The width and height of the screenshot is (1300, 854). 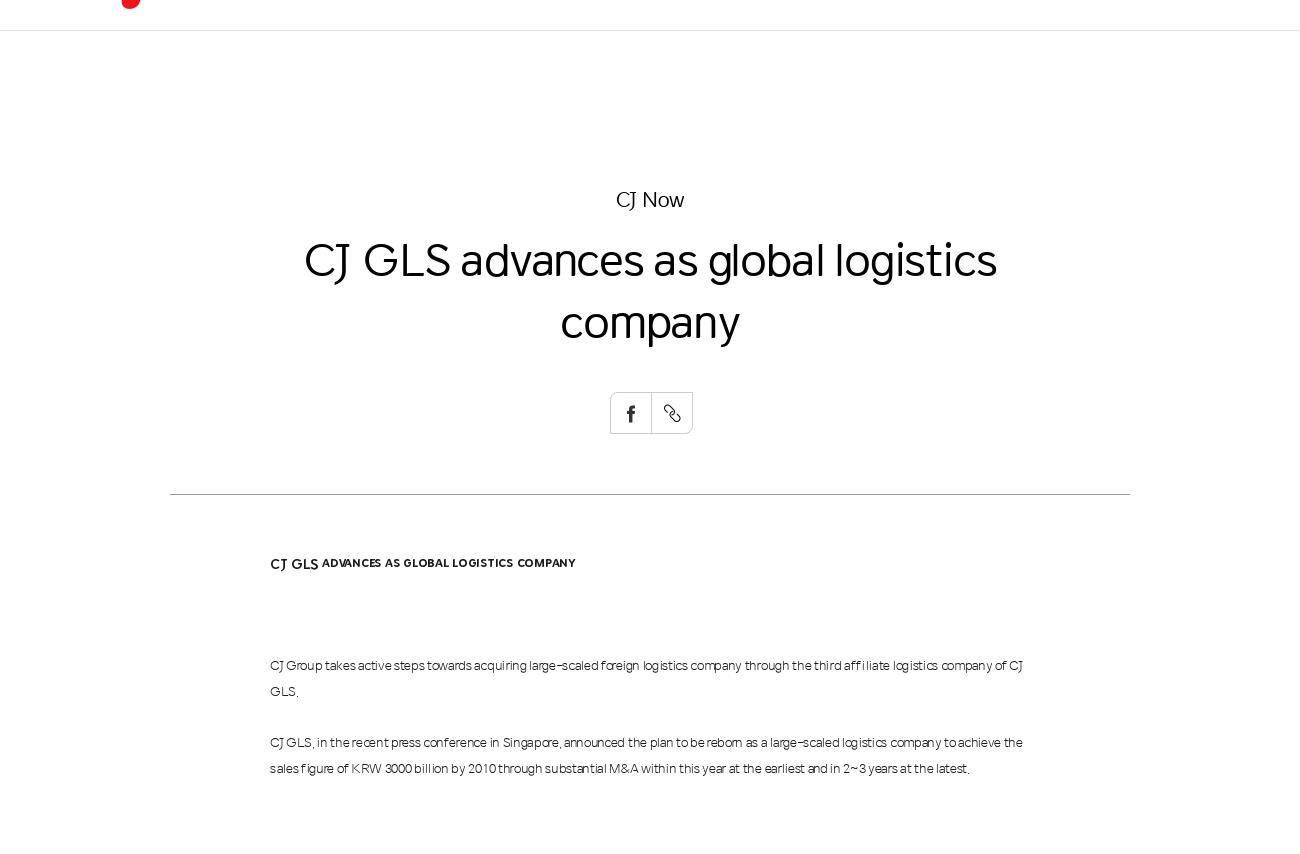 What do you see at coordinates (1011, 119) in the screenshot?
I see `'Job Openings'` at bounding box center [1011, 119].